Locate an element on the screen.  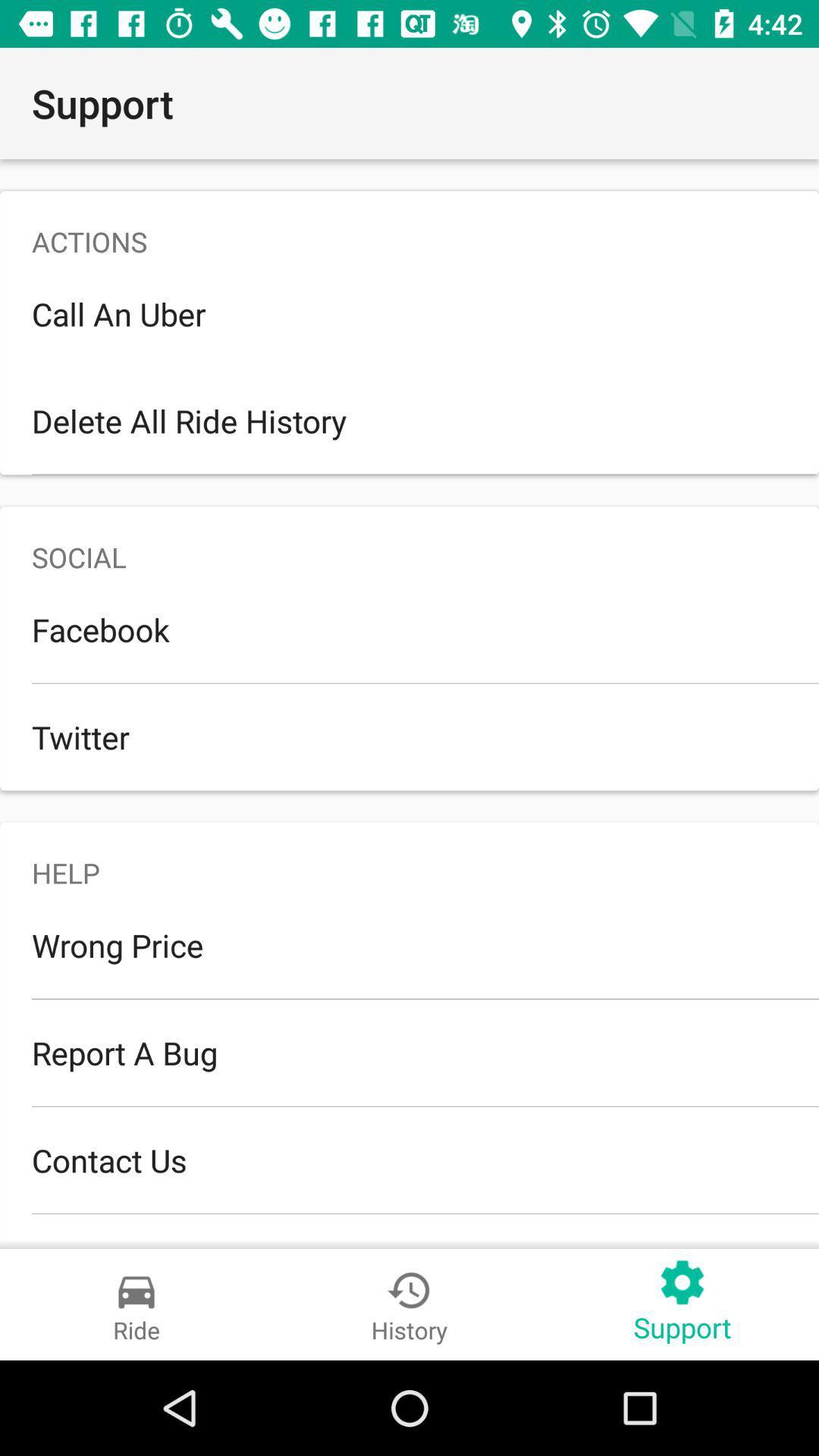
icon above the delete all ride item is located at coordinates (409, 312).